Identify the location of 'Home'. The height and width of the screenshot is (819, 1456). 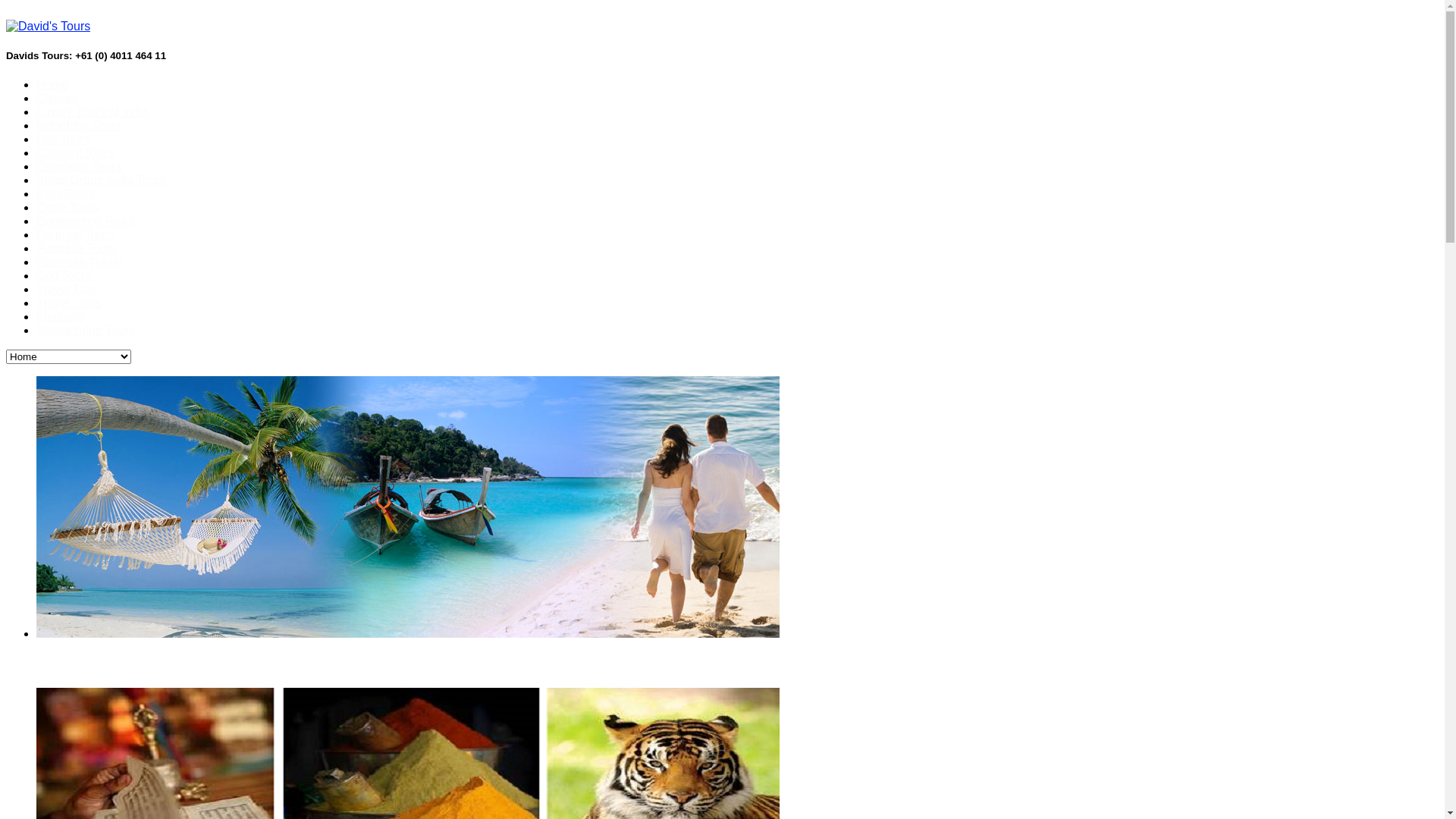
(52, 84).